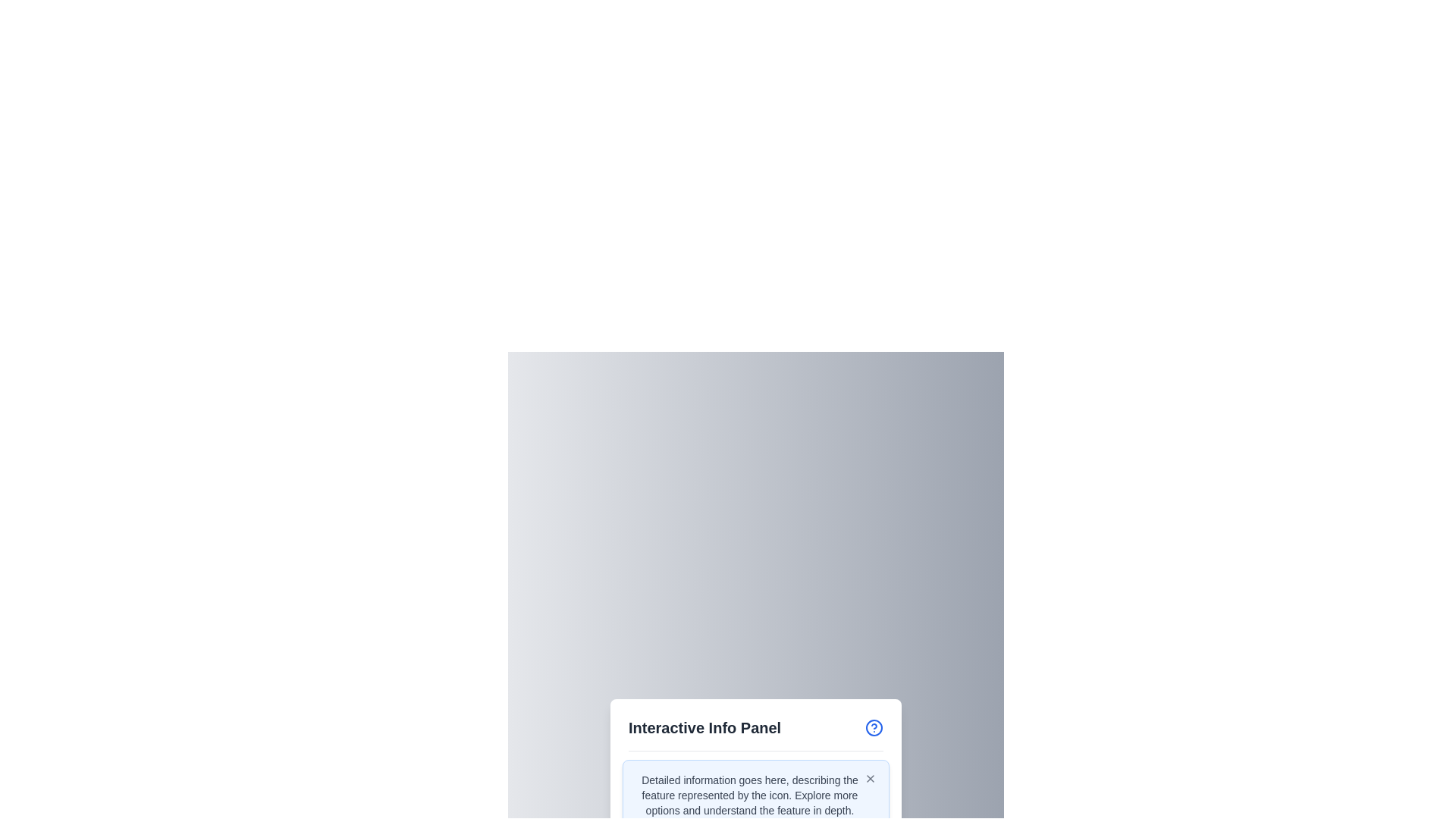 The width and height of the screenshot is (1456, 819). Describe the element at coordinates (874, 726) in the screenshot. I see `the outer circular shape of the question mark icon in the Interactive Info Panel located at the far top-right corner` at that location.